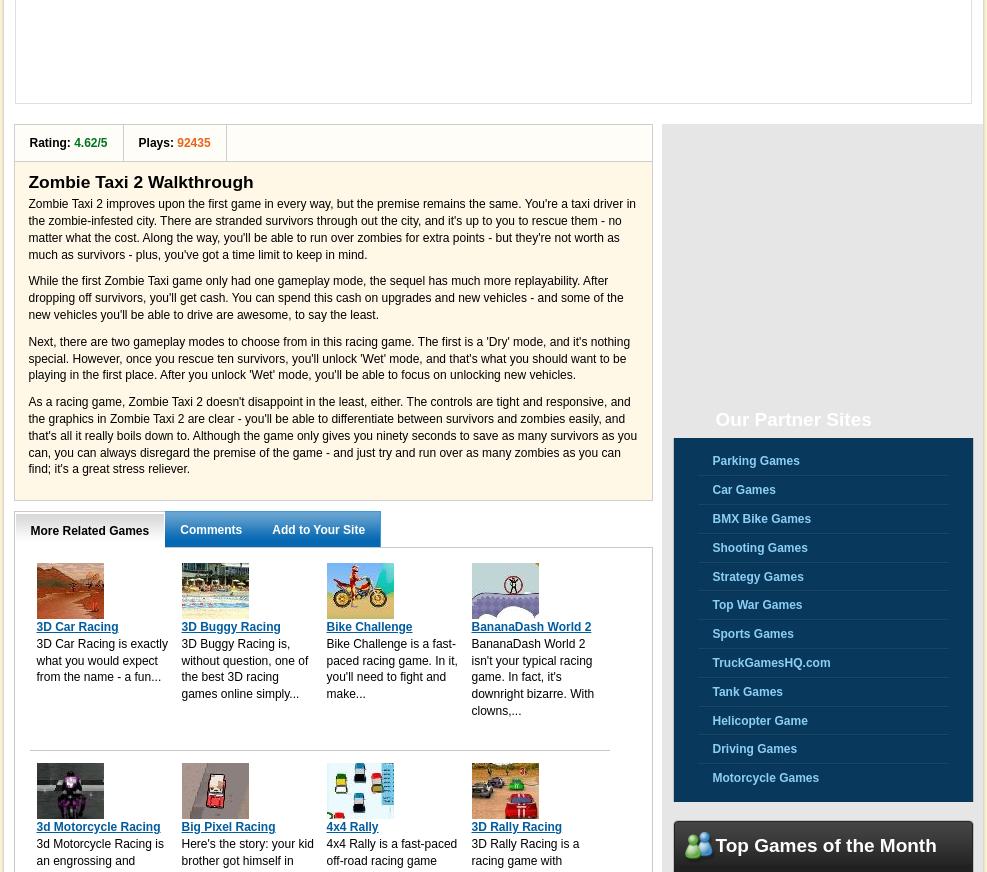  I want to click on 'Sports Games', so click(751, 634).